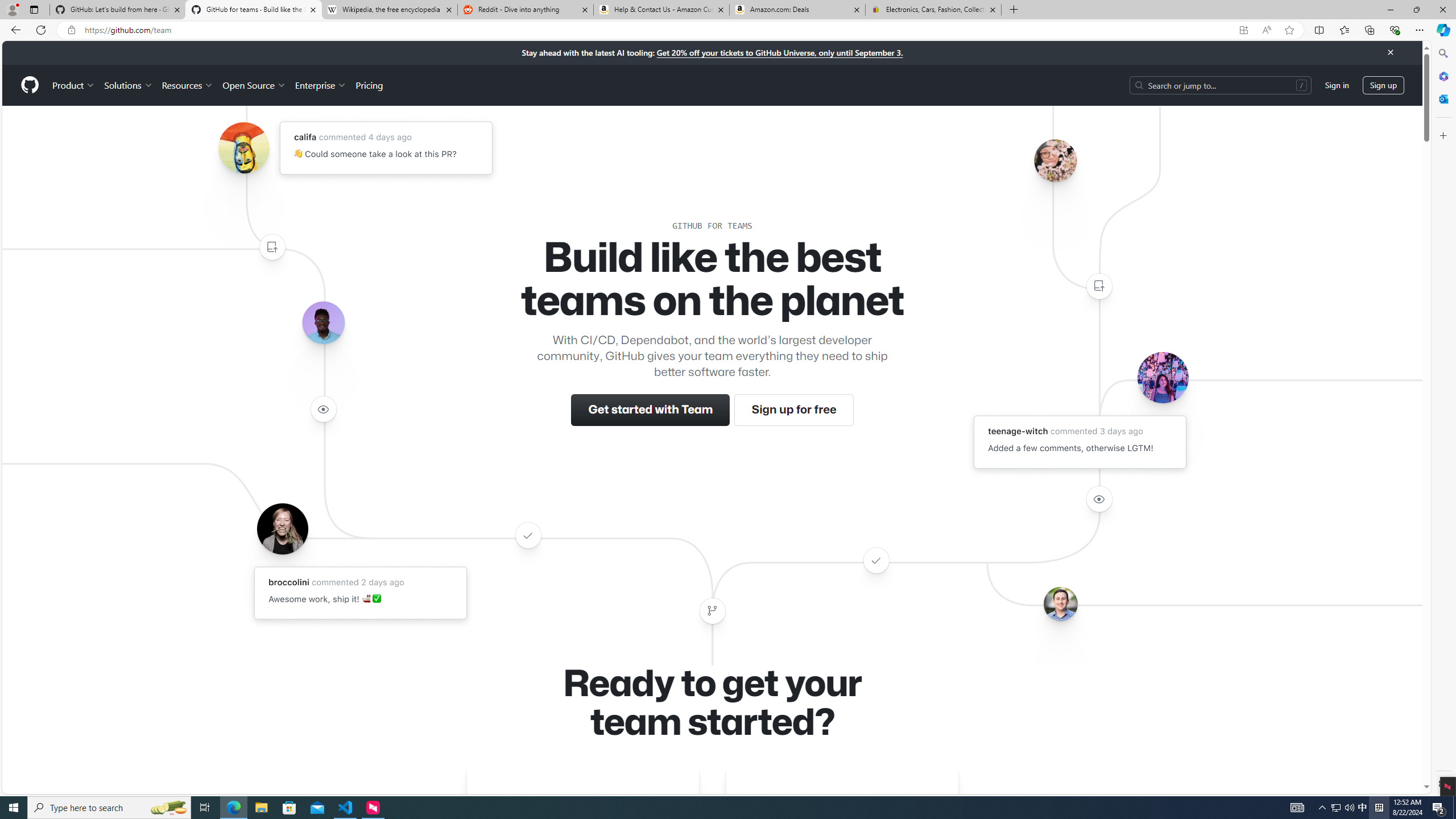  What do you see at coordinates (797, 9) in the screenshot?
I see `'Amazon.com: Deals'` at bounding box center [797, 9].